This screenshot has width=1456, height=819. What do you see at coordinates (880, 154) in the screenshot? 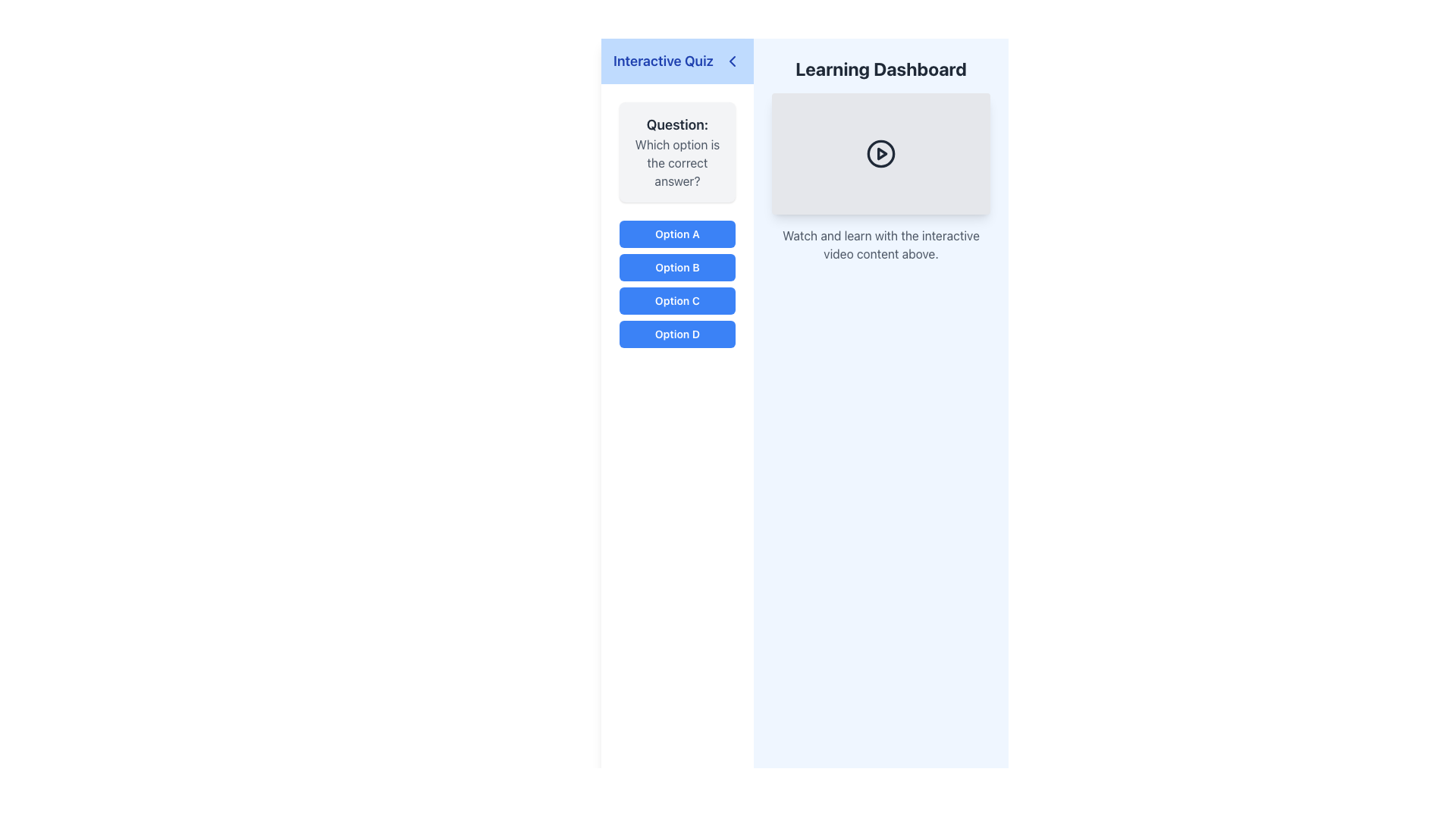
I see `the playback button located at the center of the rounded rectangular box under the 'Learning Dashboard' header` at bounding box center [880, 154].